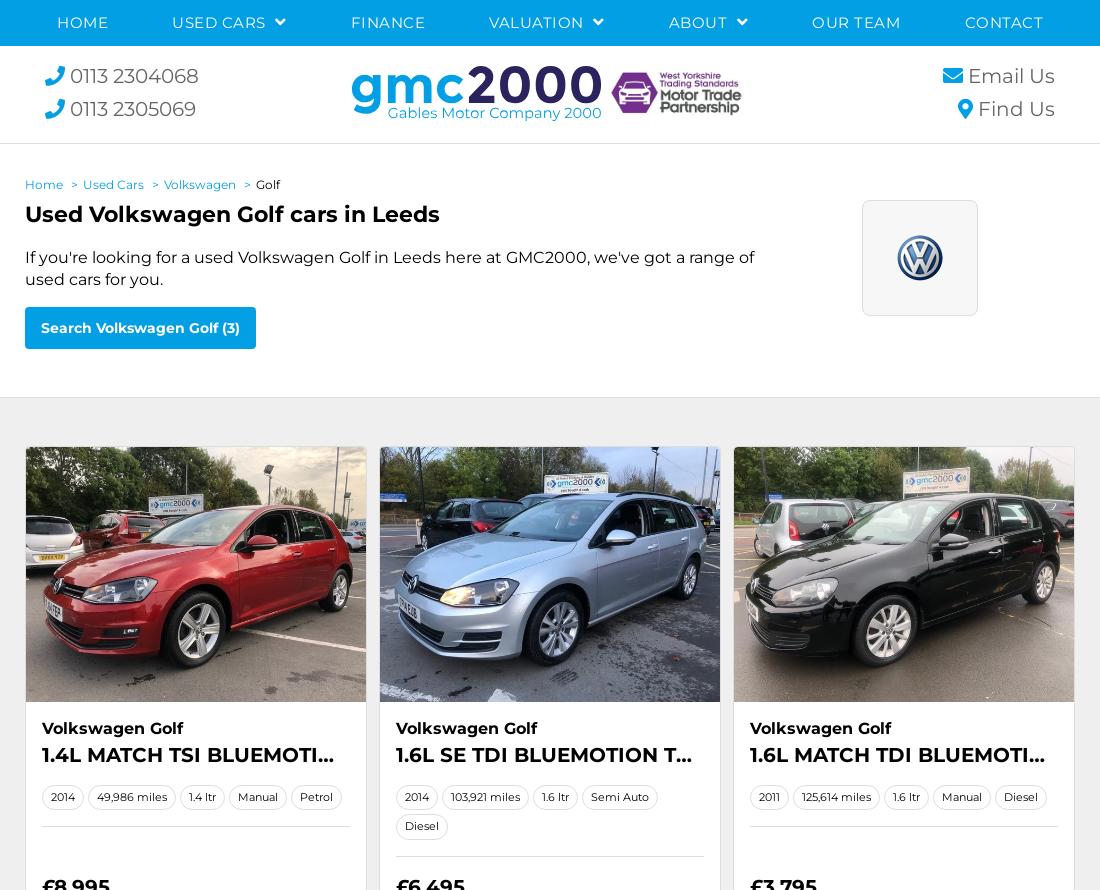  Describe the element at coordinates (618, 796) in the screenshot. I see `'Semi Auto'` at that location.